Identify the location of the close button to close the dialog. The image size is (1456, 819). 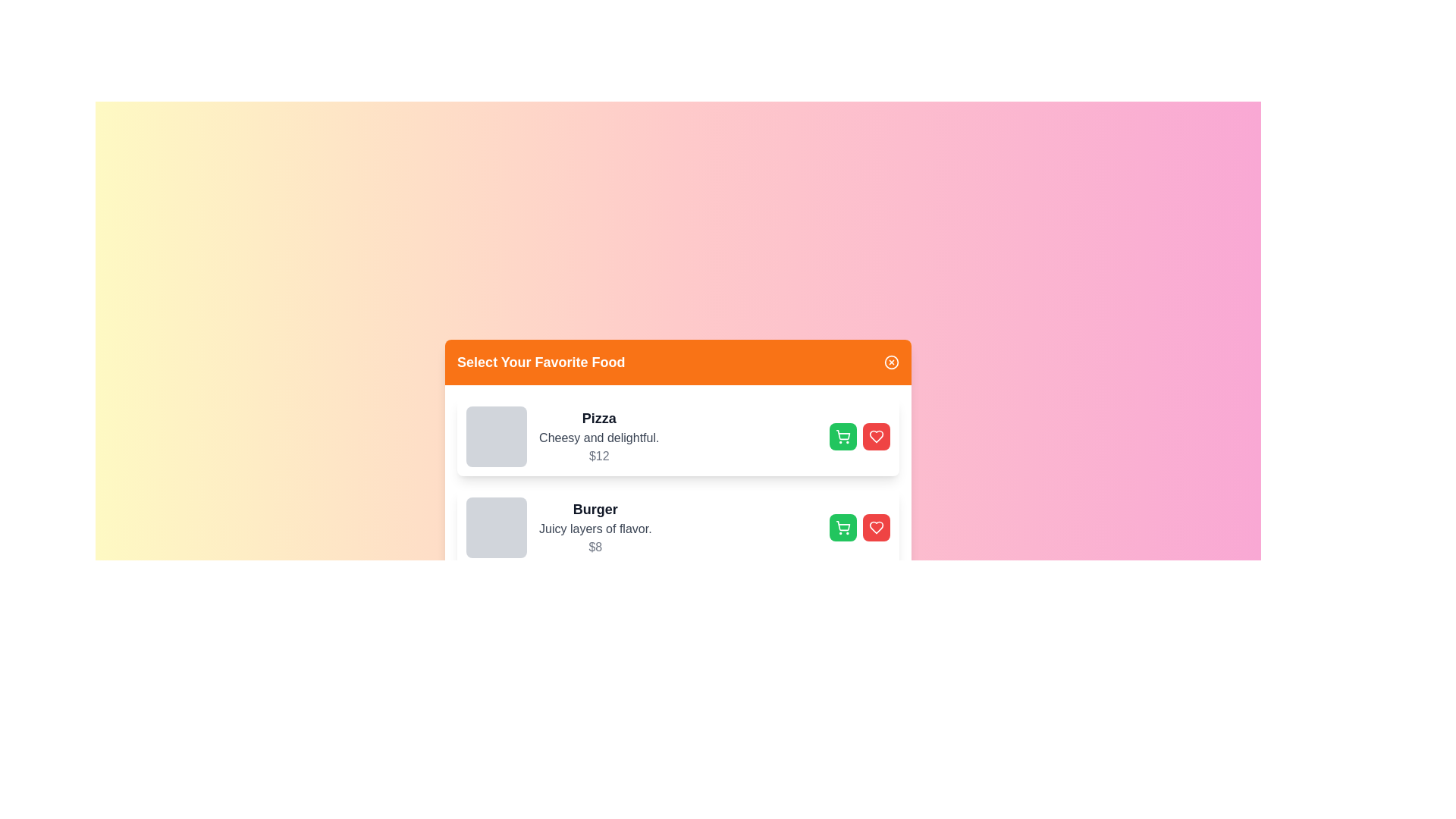
(891, 362).